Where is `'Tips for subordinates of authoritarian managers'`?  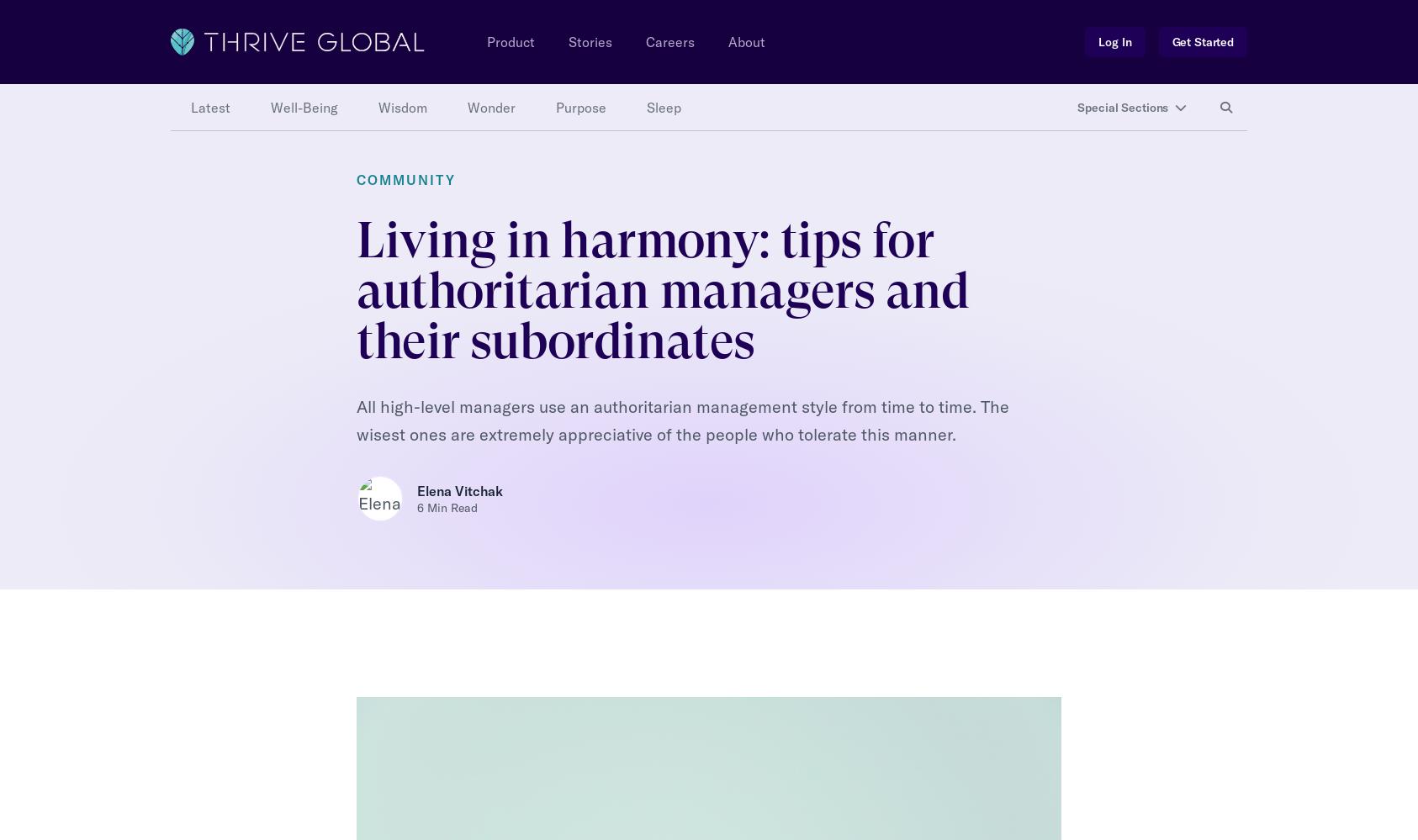 'Tips for subordinates of authoritarian managers' is located at coordinates (505, 140).